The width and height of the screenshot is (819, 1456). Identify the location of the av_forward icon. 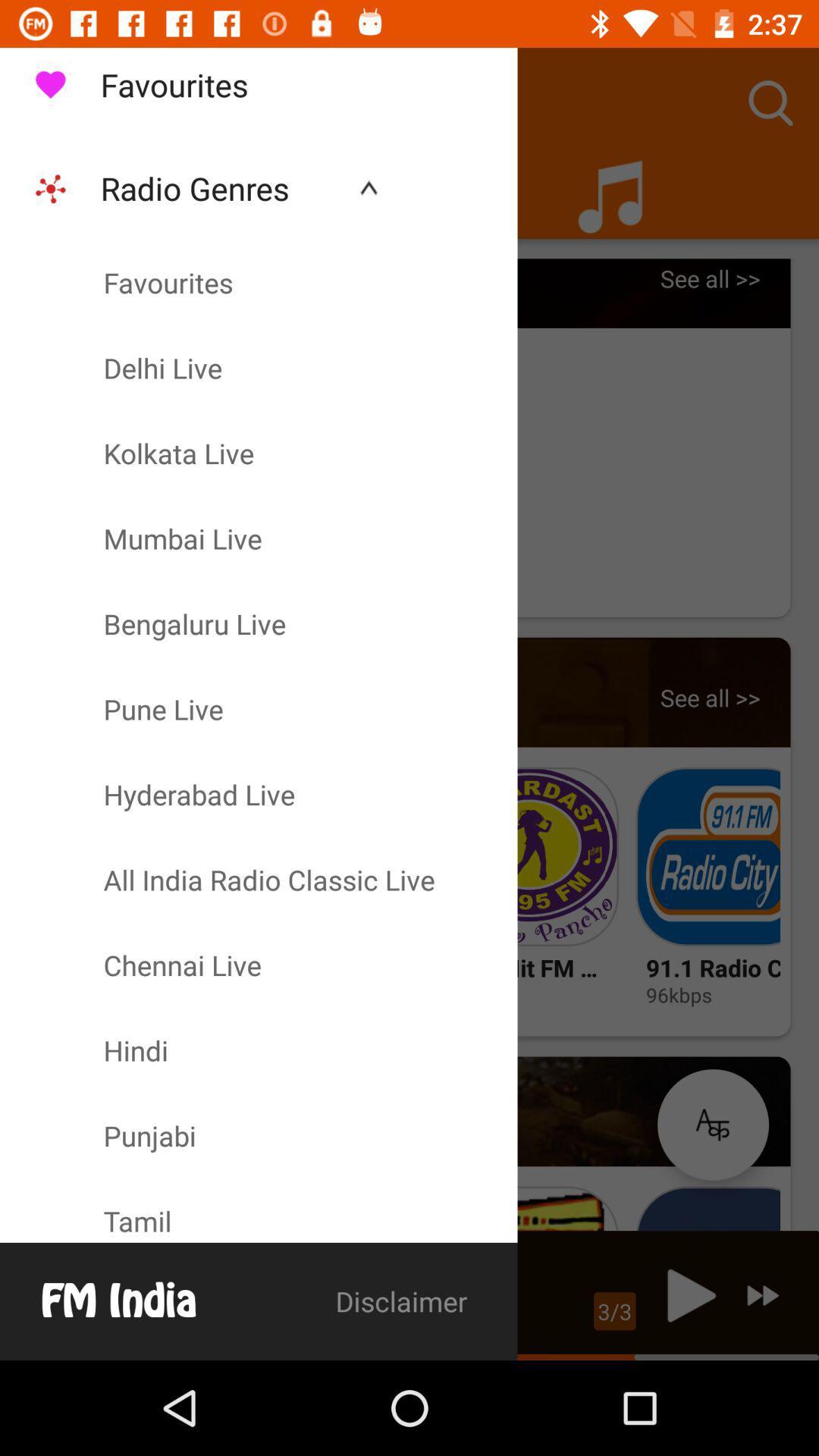
(763, 1294).